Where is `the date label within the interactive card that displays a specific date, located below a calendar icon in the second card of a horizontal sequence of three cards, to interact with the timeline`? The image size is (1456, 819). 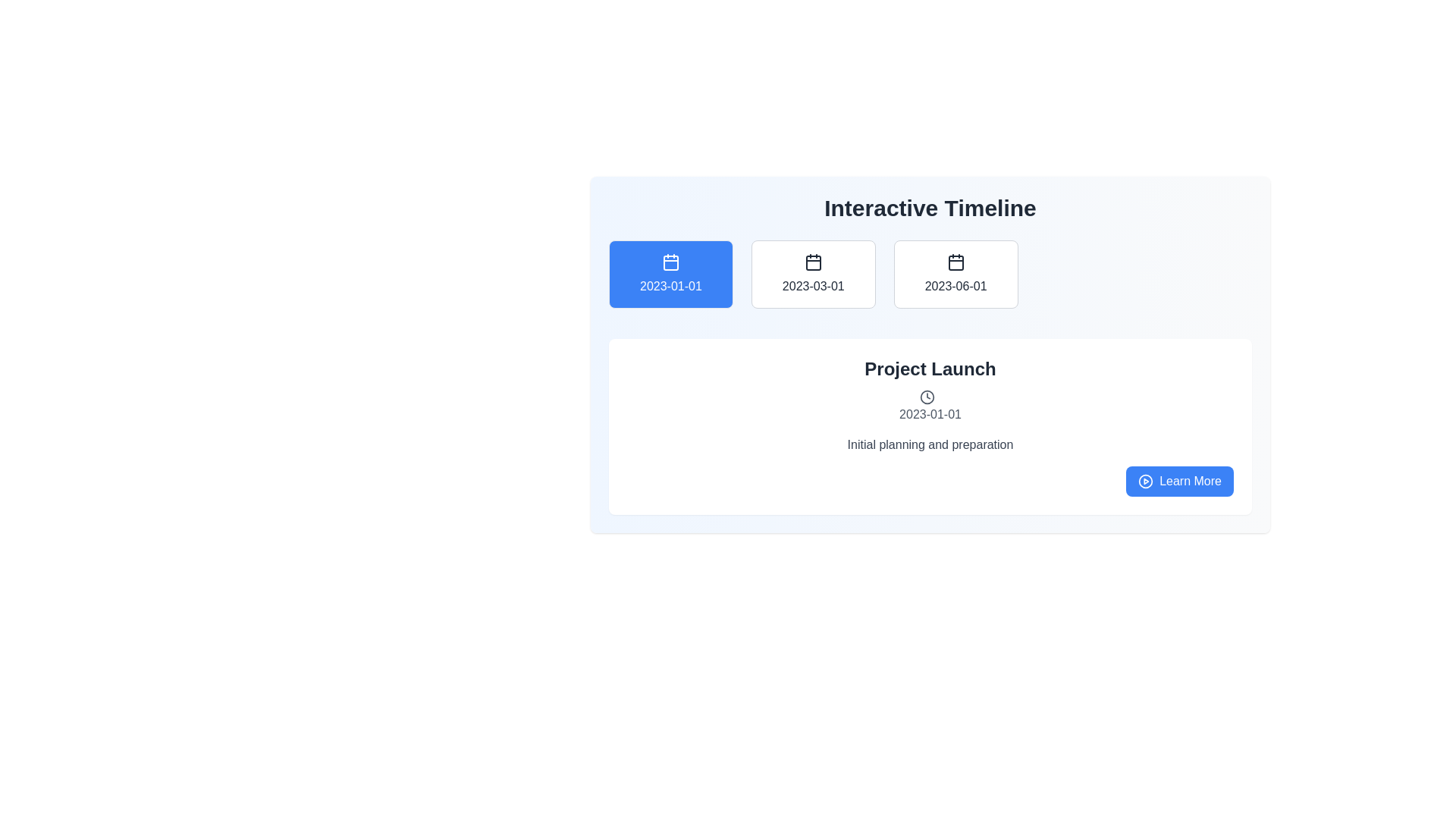 the date label within the interactive card that displays a specific date, located below a calendar icon in the second card of a horizontal sequence of three cards, to interact with the timeline is located at coordinates (812, 287).